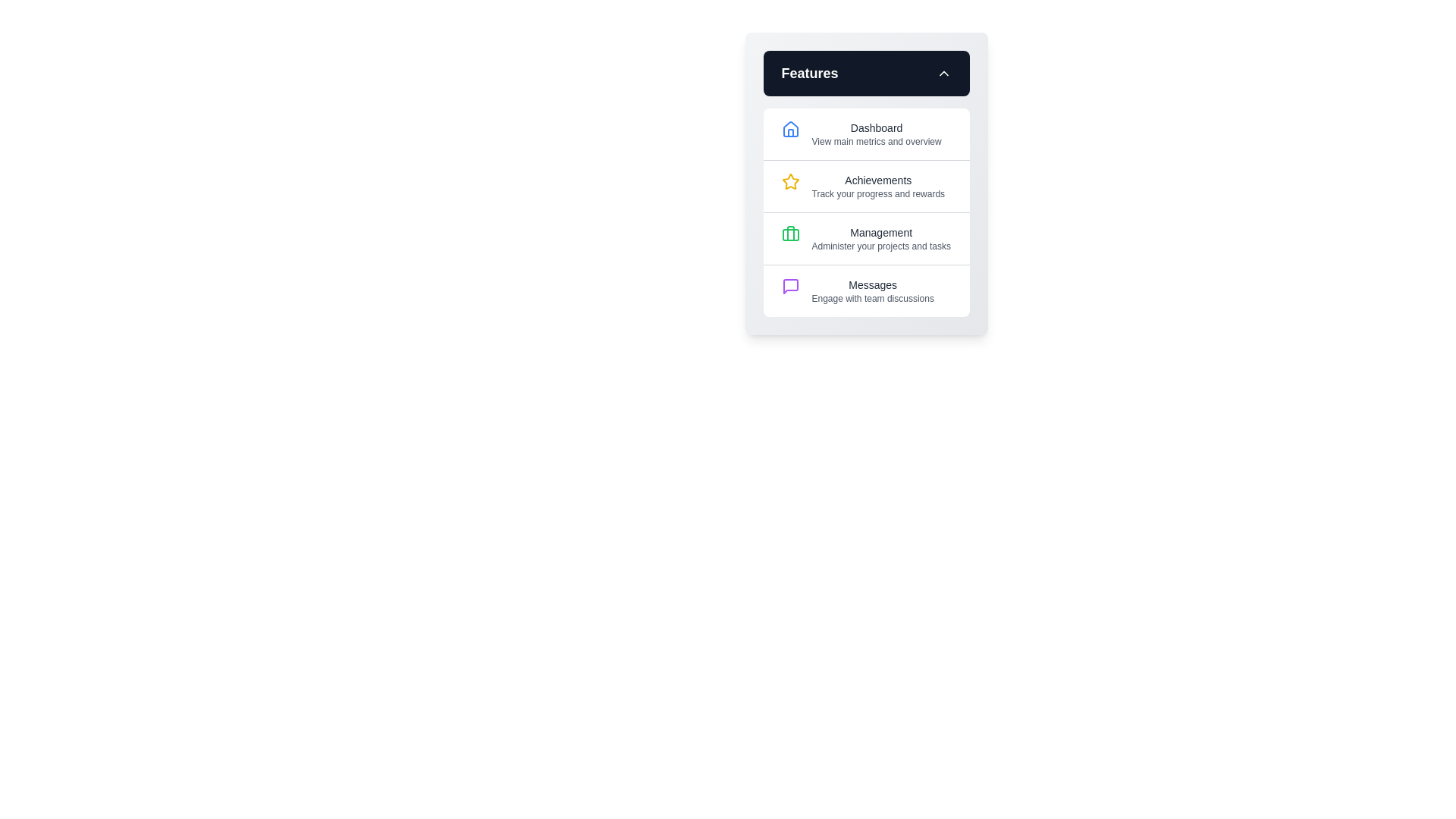 The height and width of the screenshot is (819, 1456). I want to click on the text label that guides users, so click(877, 133).